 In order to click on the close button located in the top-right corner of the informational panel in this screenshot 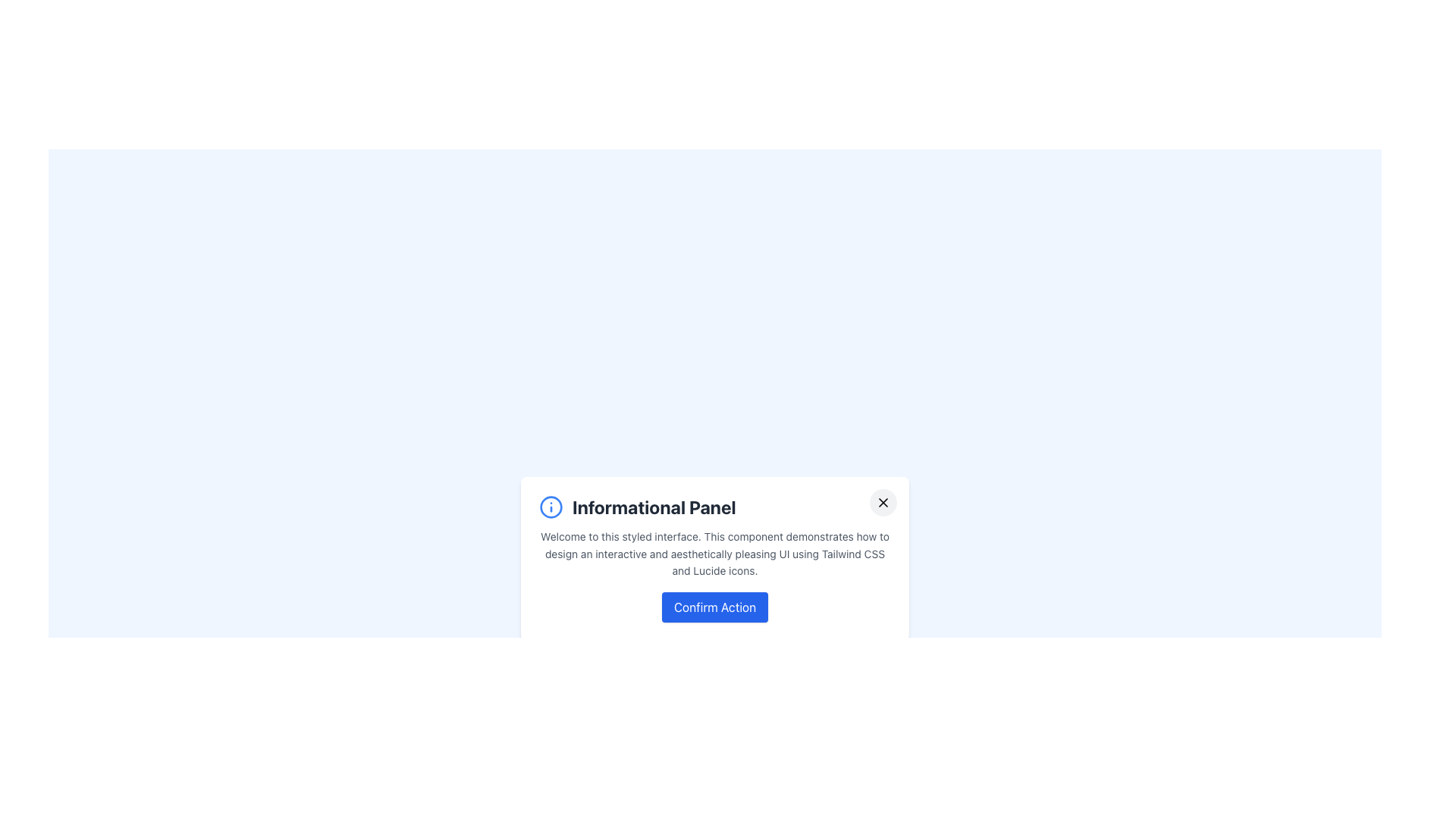, I will do `click(883, 502)`.